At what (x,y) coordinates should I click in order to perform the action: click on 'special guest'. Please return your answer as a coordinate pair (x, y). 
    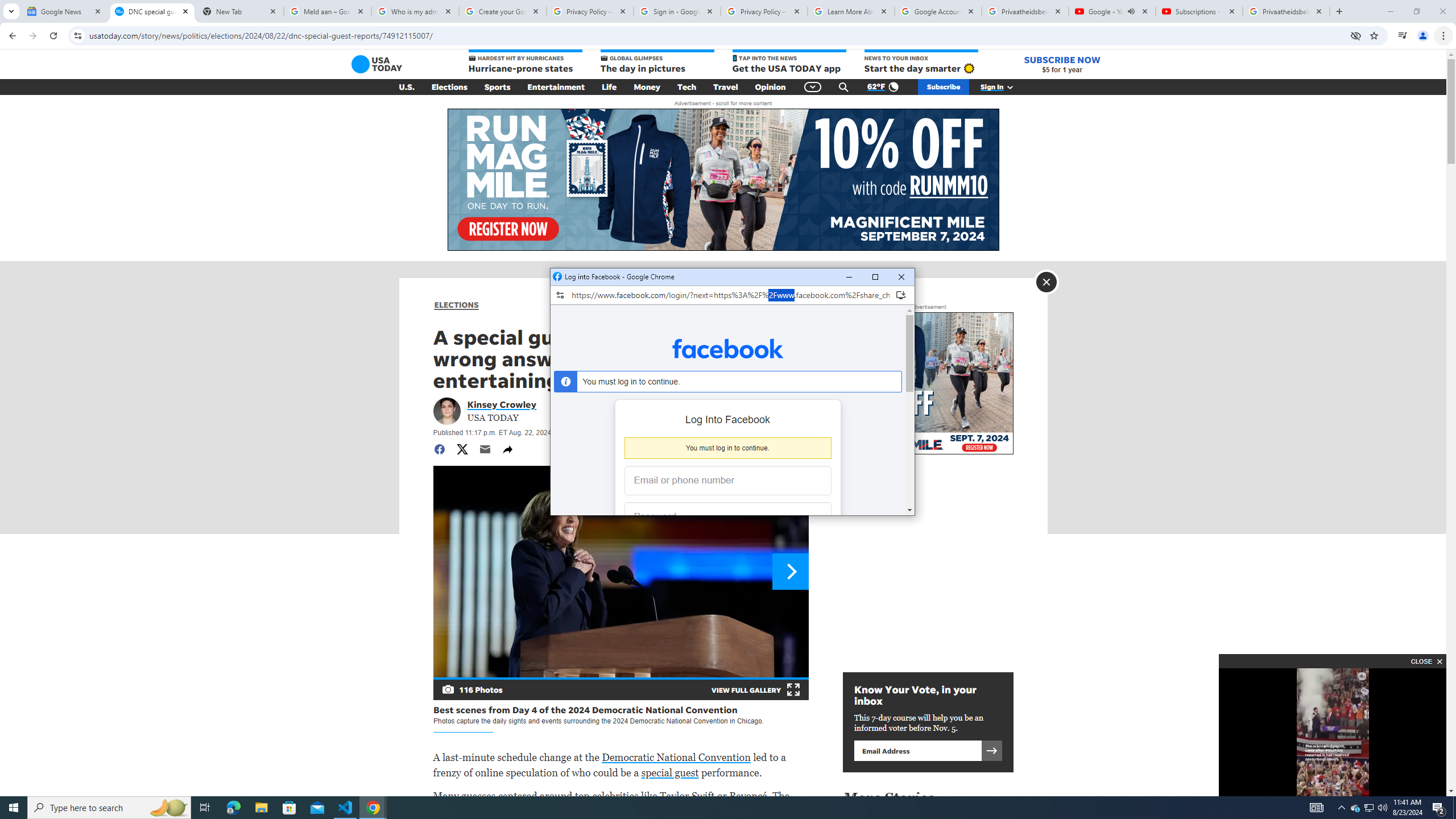
    Looking at the image, I should click on (669, 772).